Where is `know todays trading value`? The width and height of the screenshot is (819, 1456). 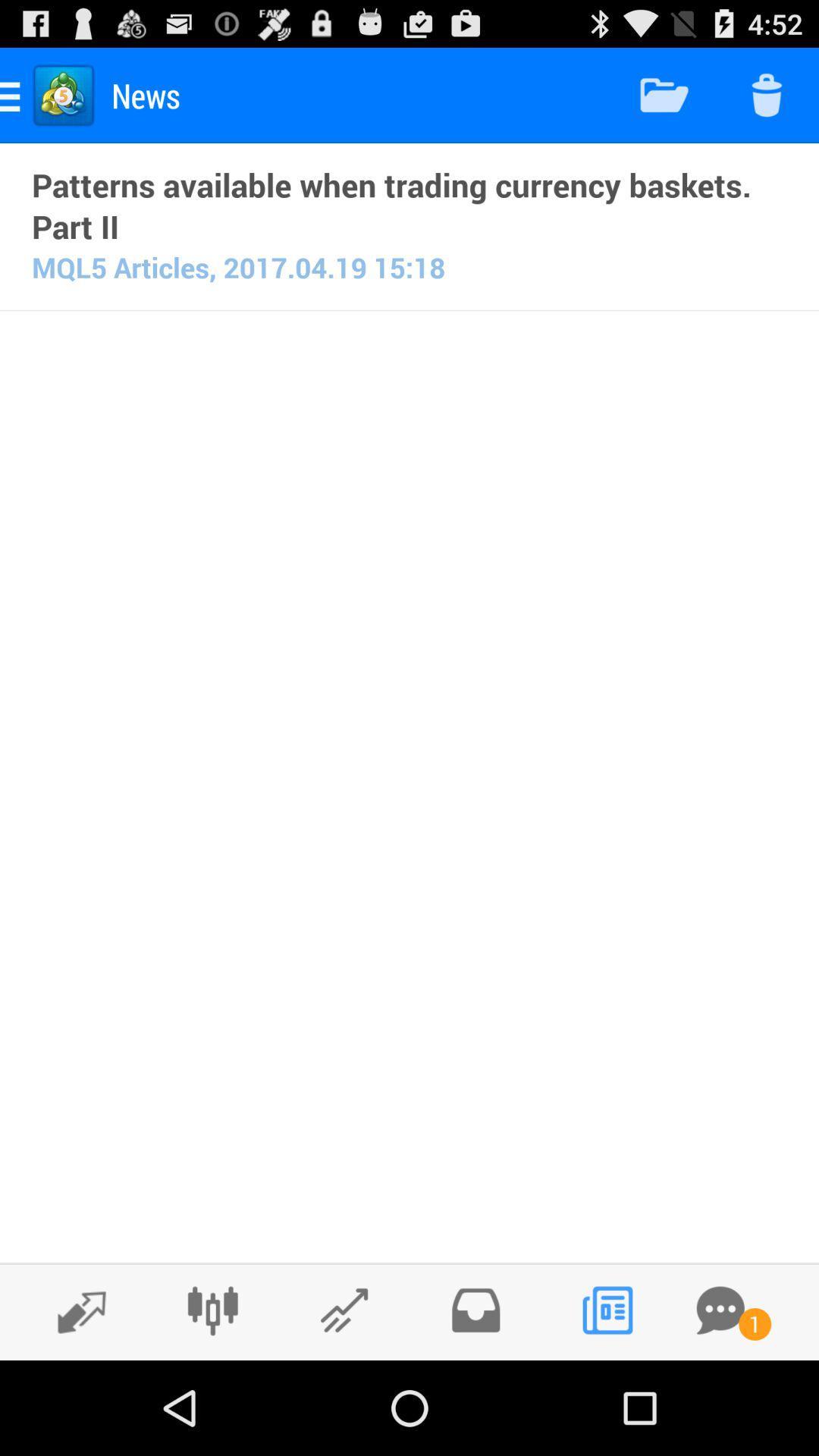 know todays trading value is located at coordinates (344, 1310).